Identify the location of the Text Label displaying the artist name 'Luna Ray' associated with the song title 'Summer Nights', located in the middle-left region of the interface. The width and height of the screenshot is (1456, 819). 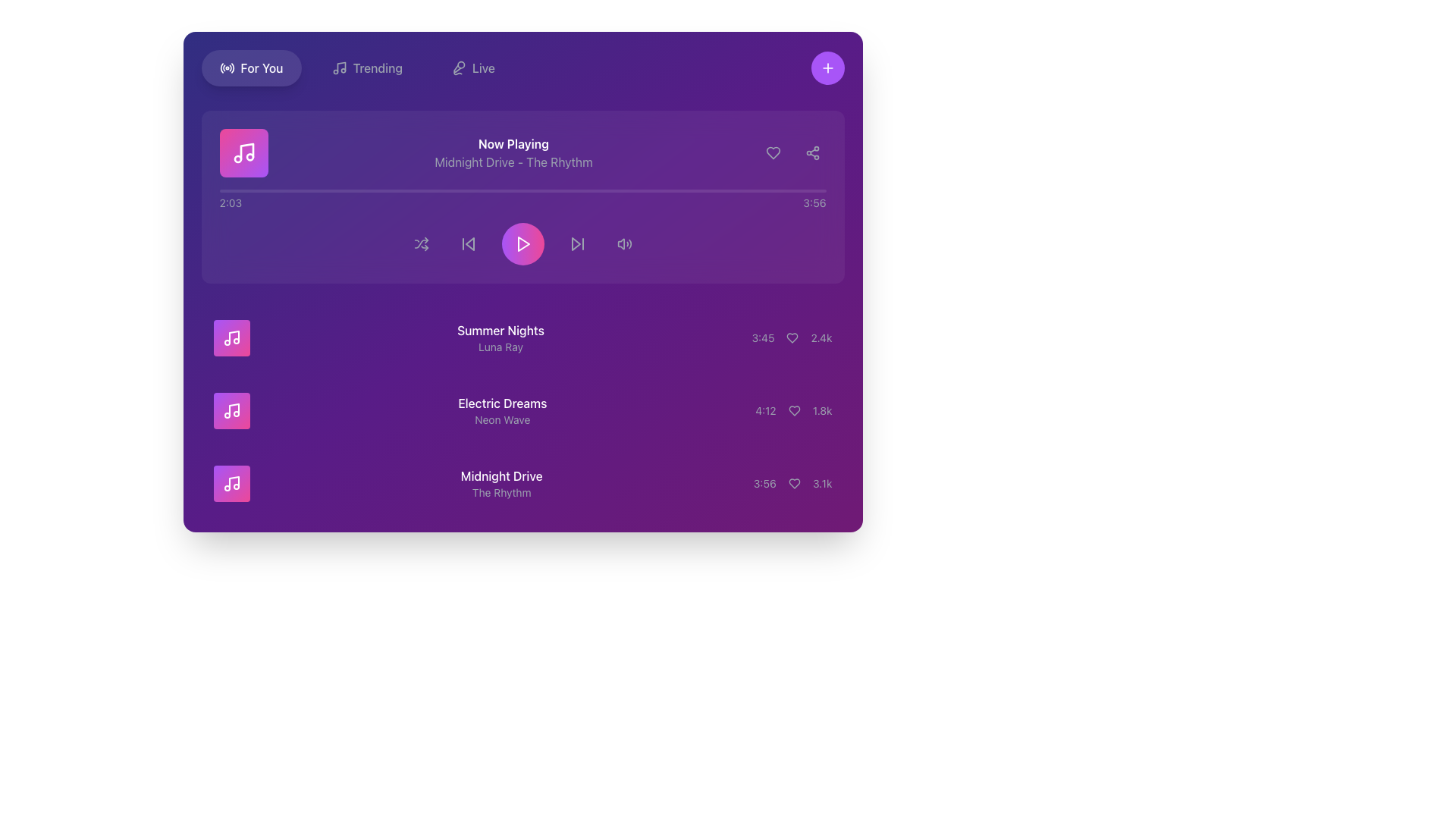
(500, 347).